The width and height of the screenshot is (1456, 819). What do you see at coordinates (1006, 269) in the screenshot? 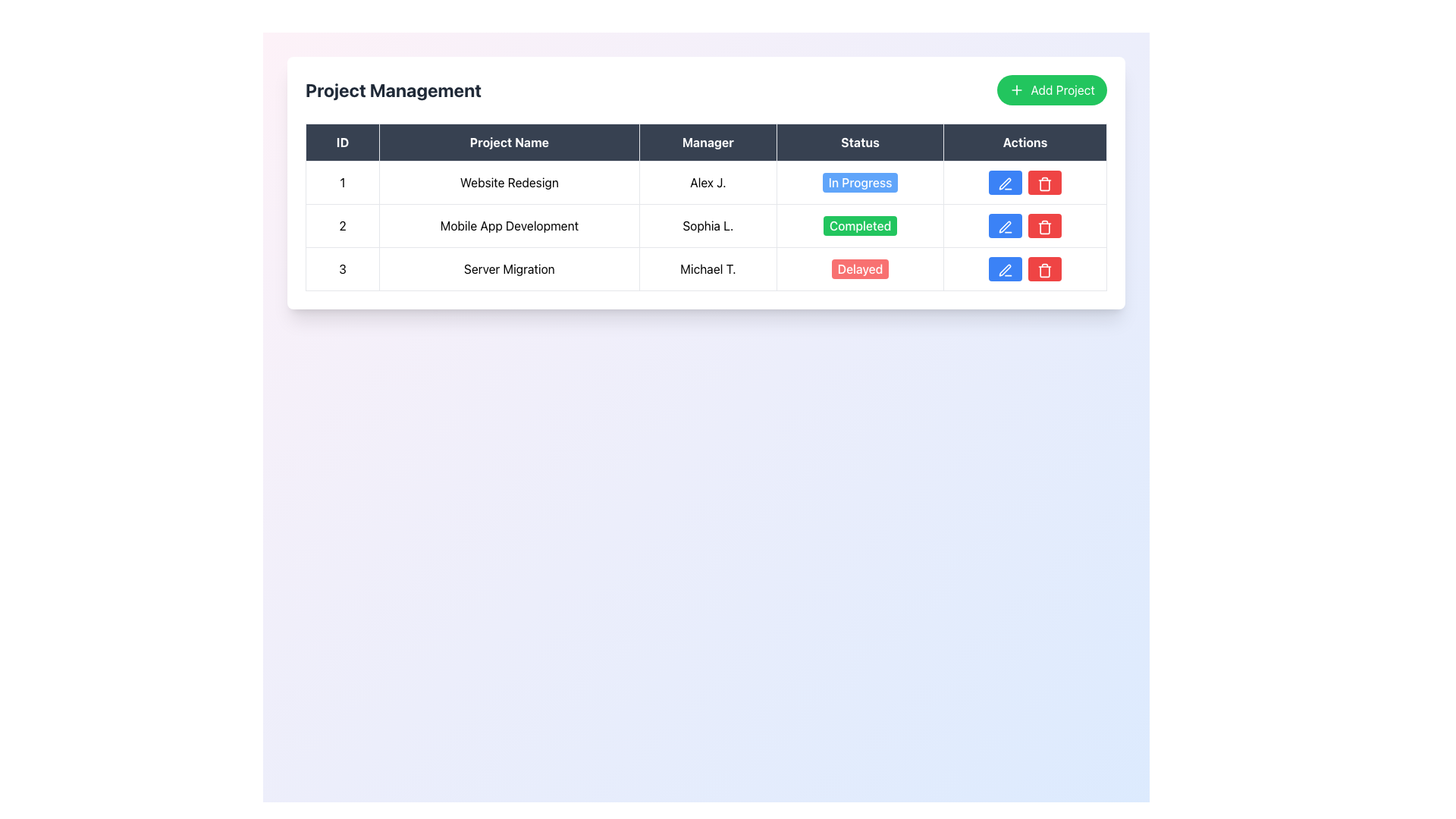
I see `the blue pen icon button in the last row of the 'Actions' column to initiate editing` at bounding box center [1006, 269].